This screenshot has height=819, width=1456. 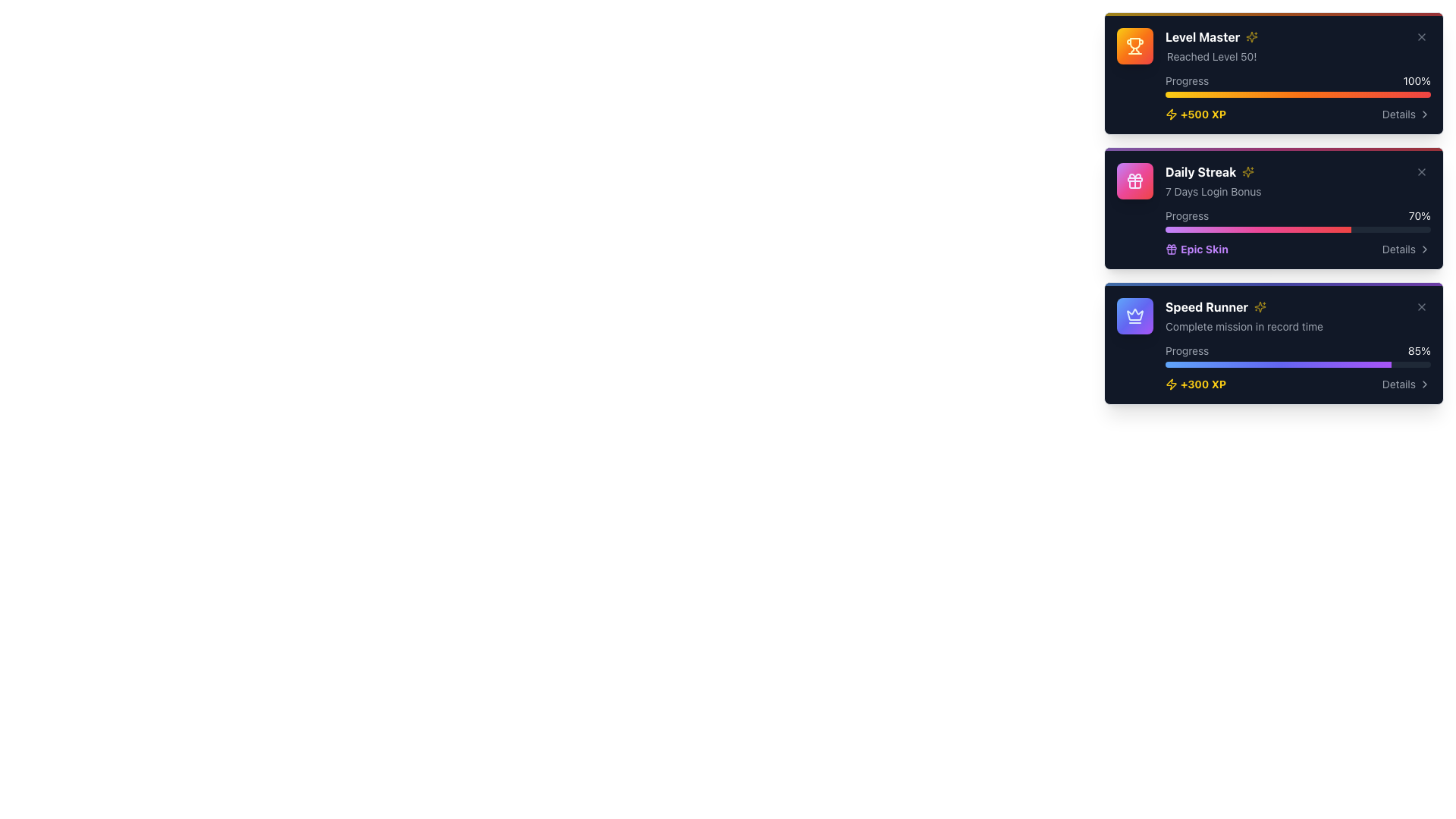 I want to click on the Progress Bar labeled 'Progress' with a completion percentage of '100%' located within the 'Level Master' card, so click(x=1298, y=85).